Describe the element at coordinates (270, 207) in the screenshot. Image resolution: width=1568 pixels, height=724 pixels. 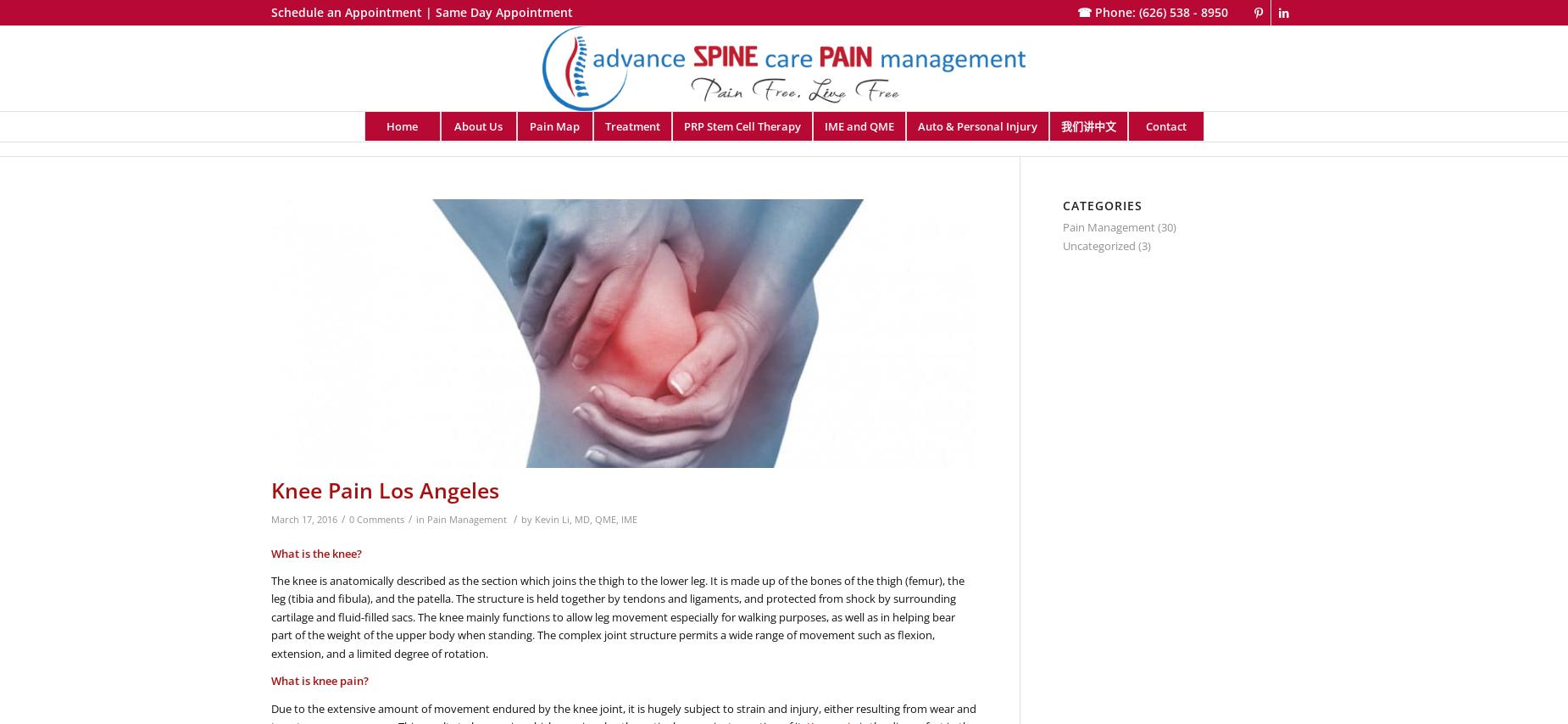
I see `'https://kevinlimd.com/wp-content/uploads/2016/03/Knee-Pain-Los-Angeles.jpg'` at that location.